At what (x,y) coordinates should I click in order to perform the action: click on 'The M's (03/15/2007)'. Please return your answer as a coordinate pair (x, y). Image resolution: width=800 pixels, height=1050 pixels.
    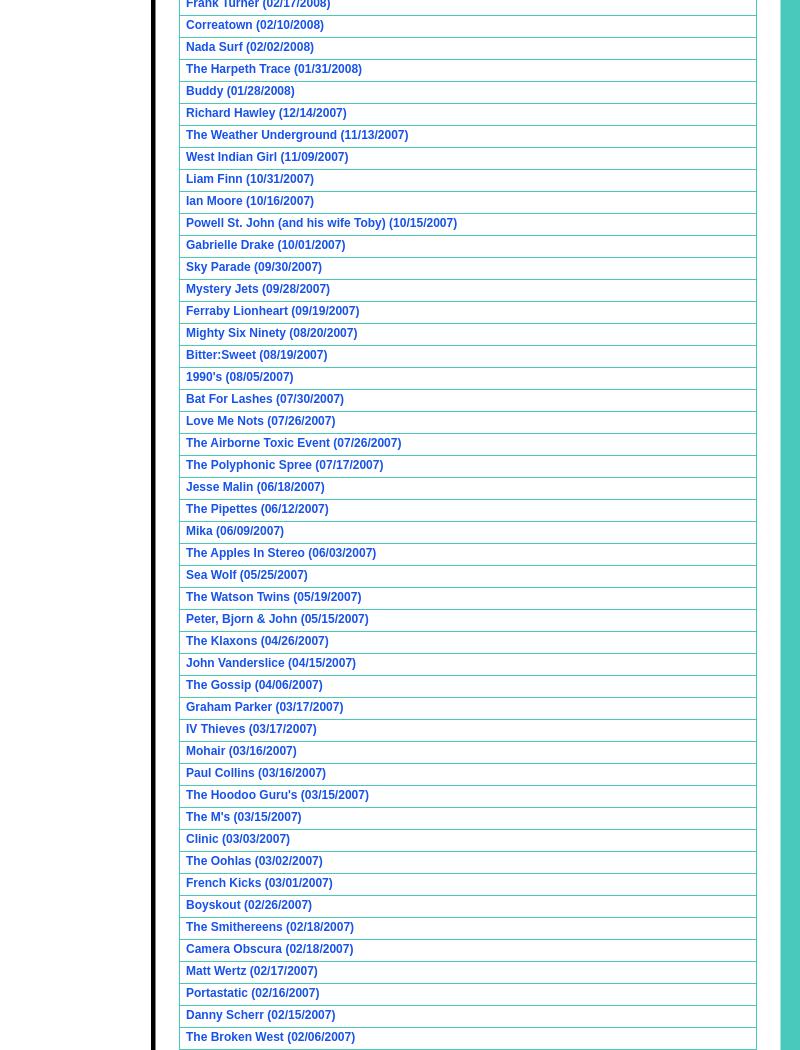
    Looking at the image, I should click on (242, 816).